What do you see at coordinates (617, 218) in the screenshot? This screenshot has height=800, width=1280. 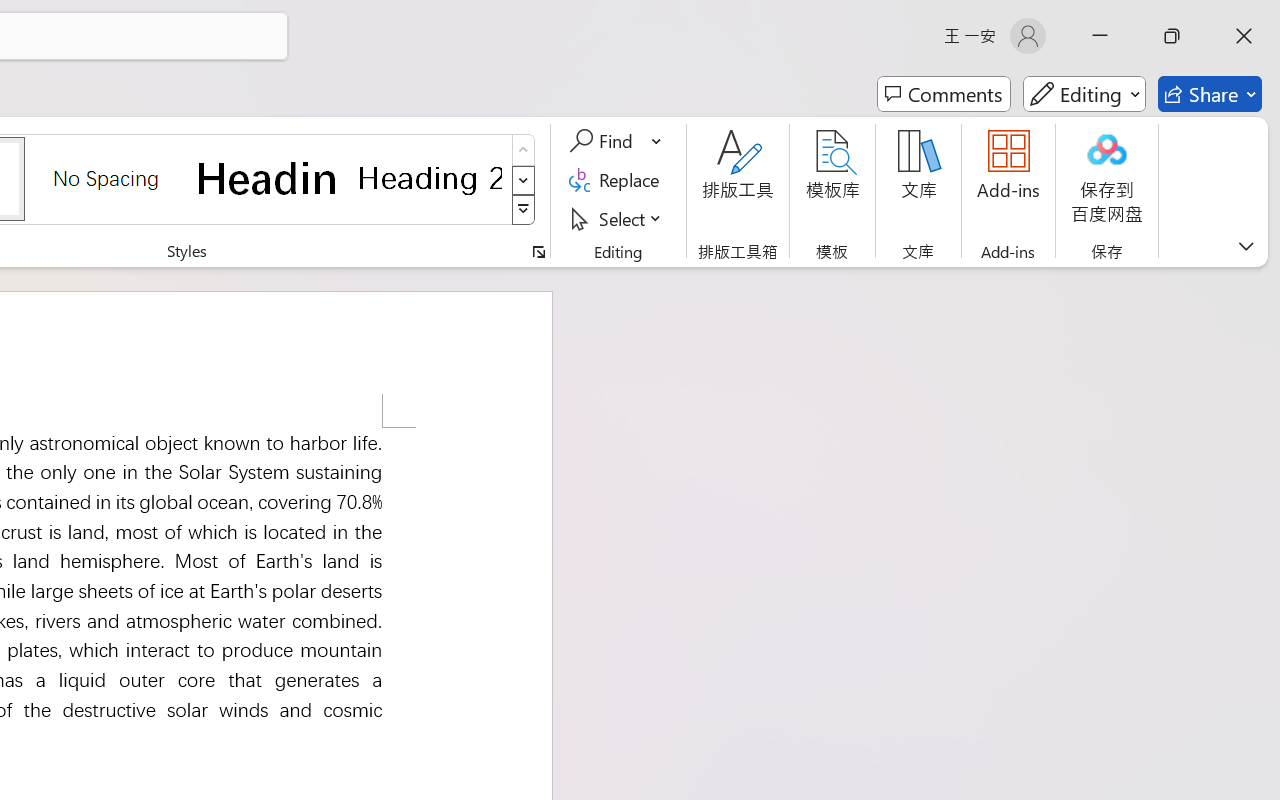 I see `'Select'` at bounding box center [617, 218].